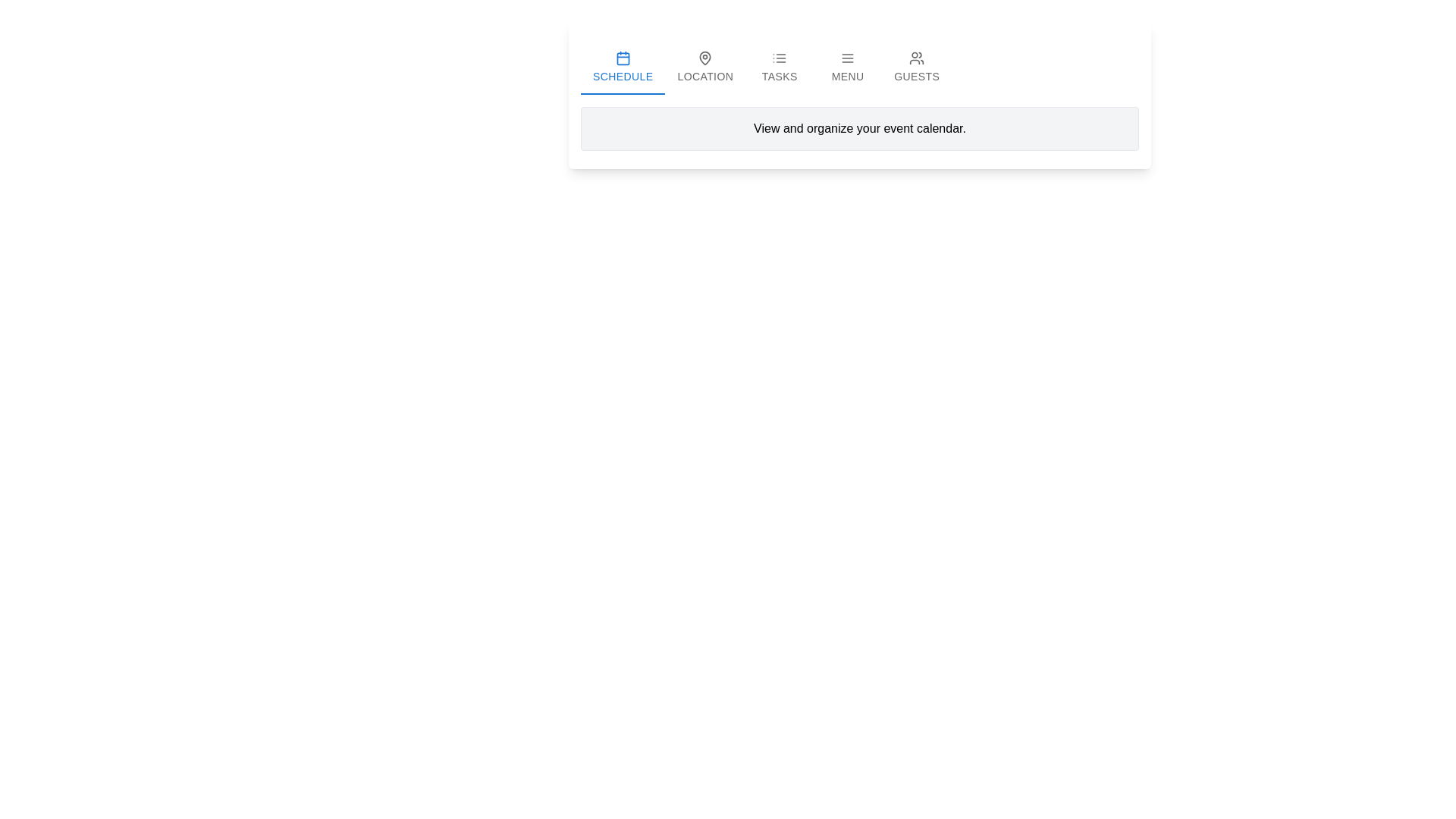 The height and width of the screenshot is (819, 1456). Describe the element at coordinates (623, 58) in the screenshot. I see `the rectangular calendar icon with a blue border and white fill, located within the 'SCHEDULE' navigation button` at that location.